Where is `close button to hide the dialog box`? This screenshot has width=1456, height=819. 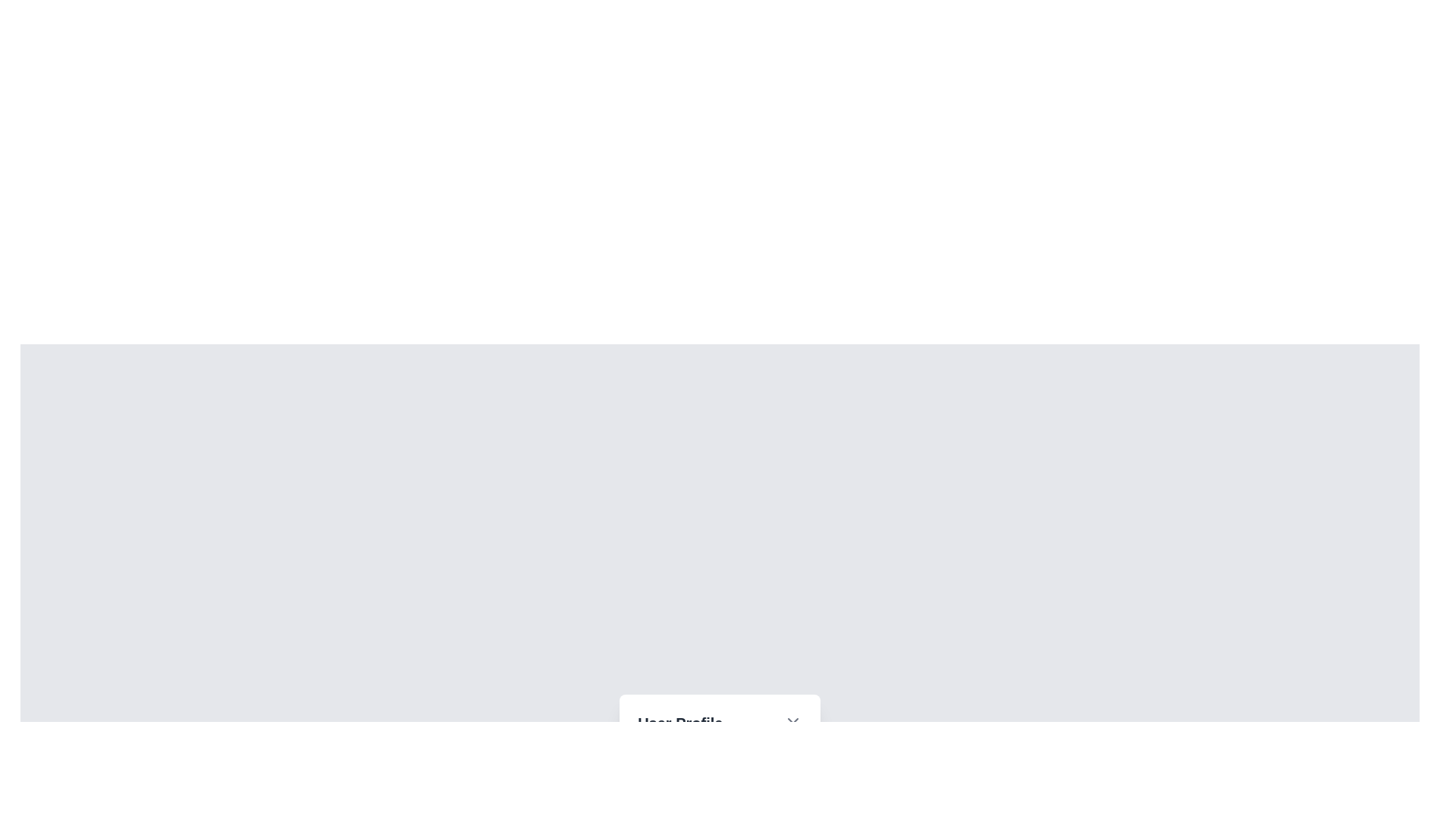 close button to hide the dialog box is located at coordinates (792, 722).